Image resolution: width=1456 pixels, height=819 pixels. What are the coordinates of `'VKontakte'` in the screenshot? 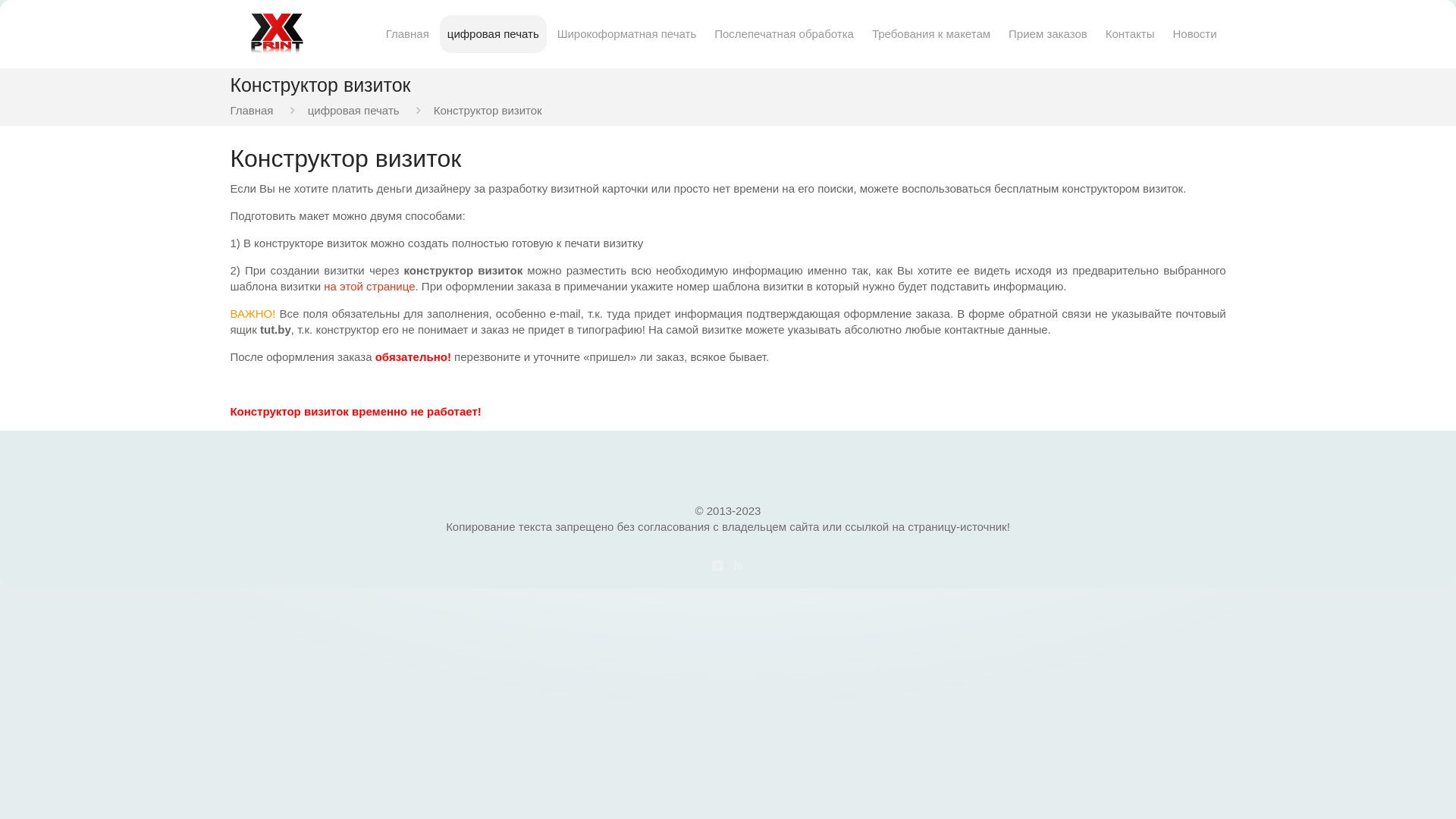 It's located at (717, 565).